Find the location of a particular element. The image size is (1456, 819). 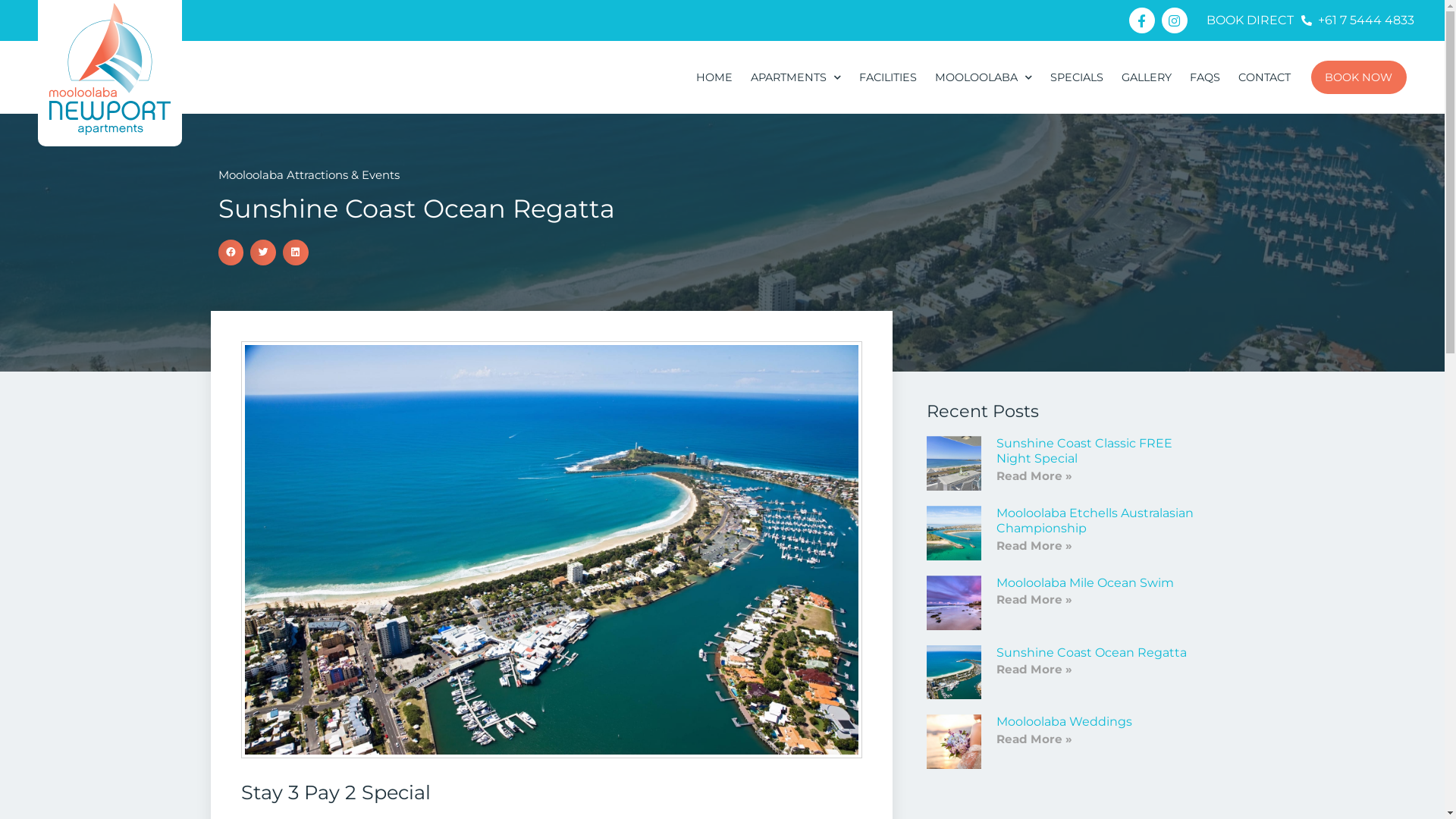

'CONTACT' is located at coordinates (1229, 77).